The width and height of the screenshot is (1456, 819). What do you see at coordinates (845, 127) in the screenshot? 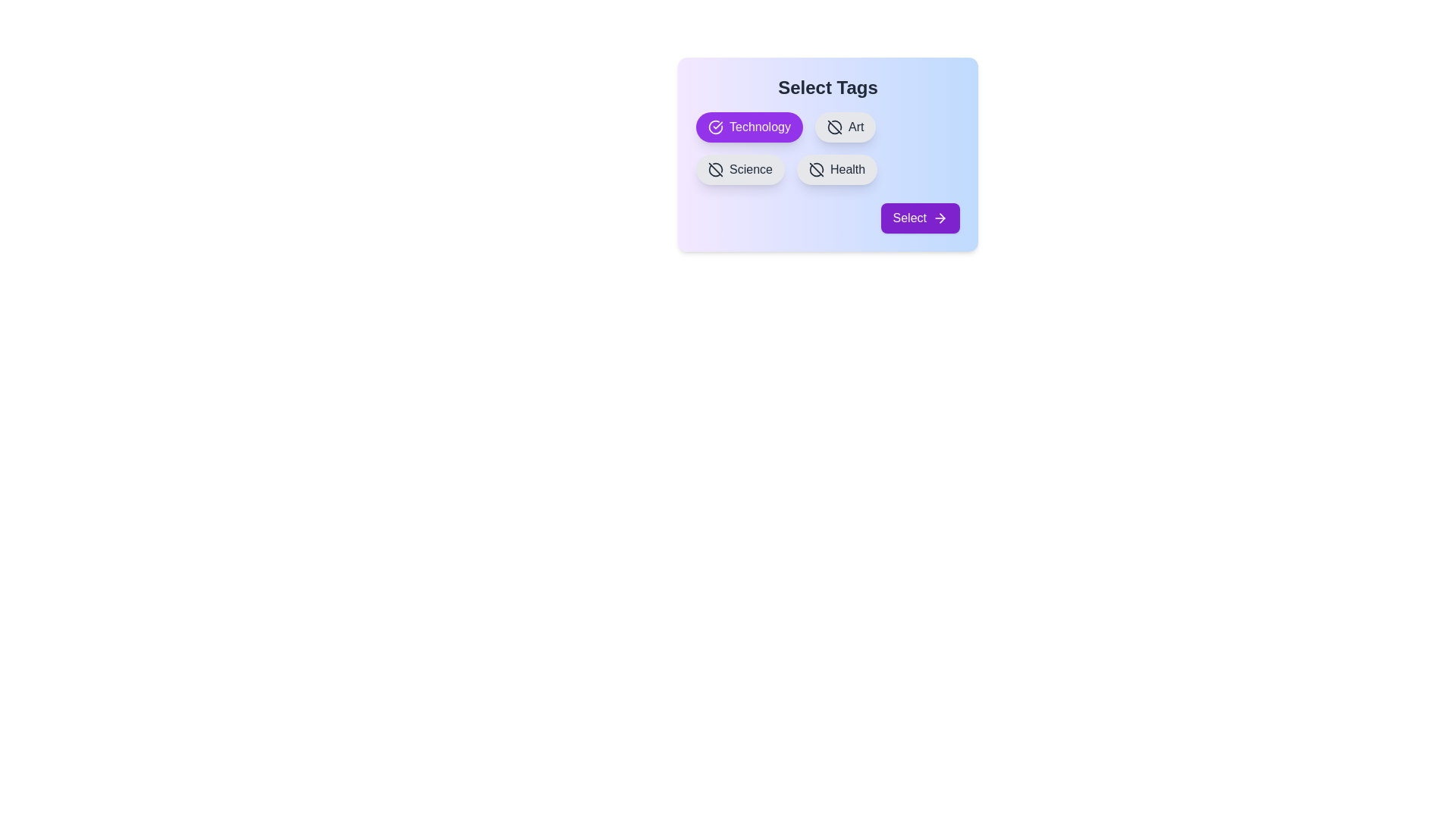
I see `the tag Art` at bounding box center [845, 127].